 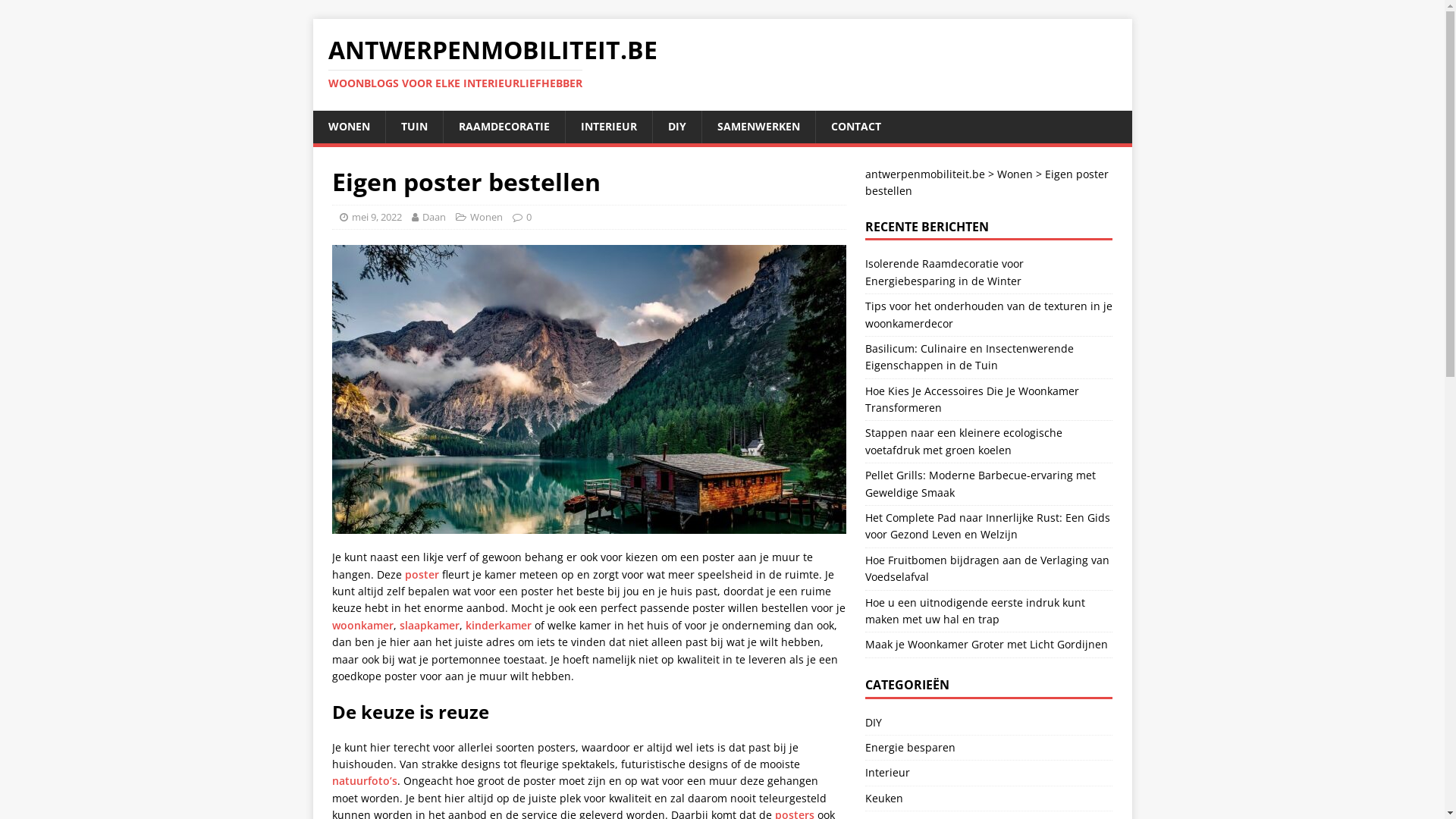 What do you see at coordinates (385, 125) in the screenshot?
I see `'TUIN'` at bounding box center [385, 125].